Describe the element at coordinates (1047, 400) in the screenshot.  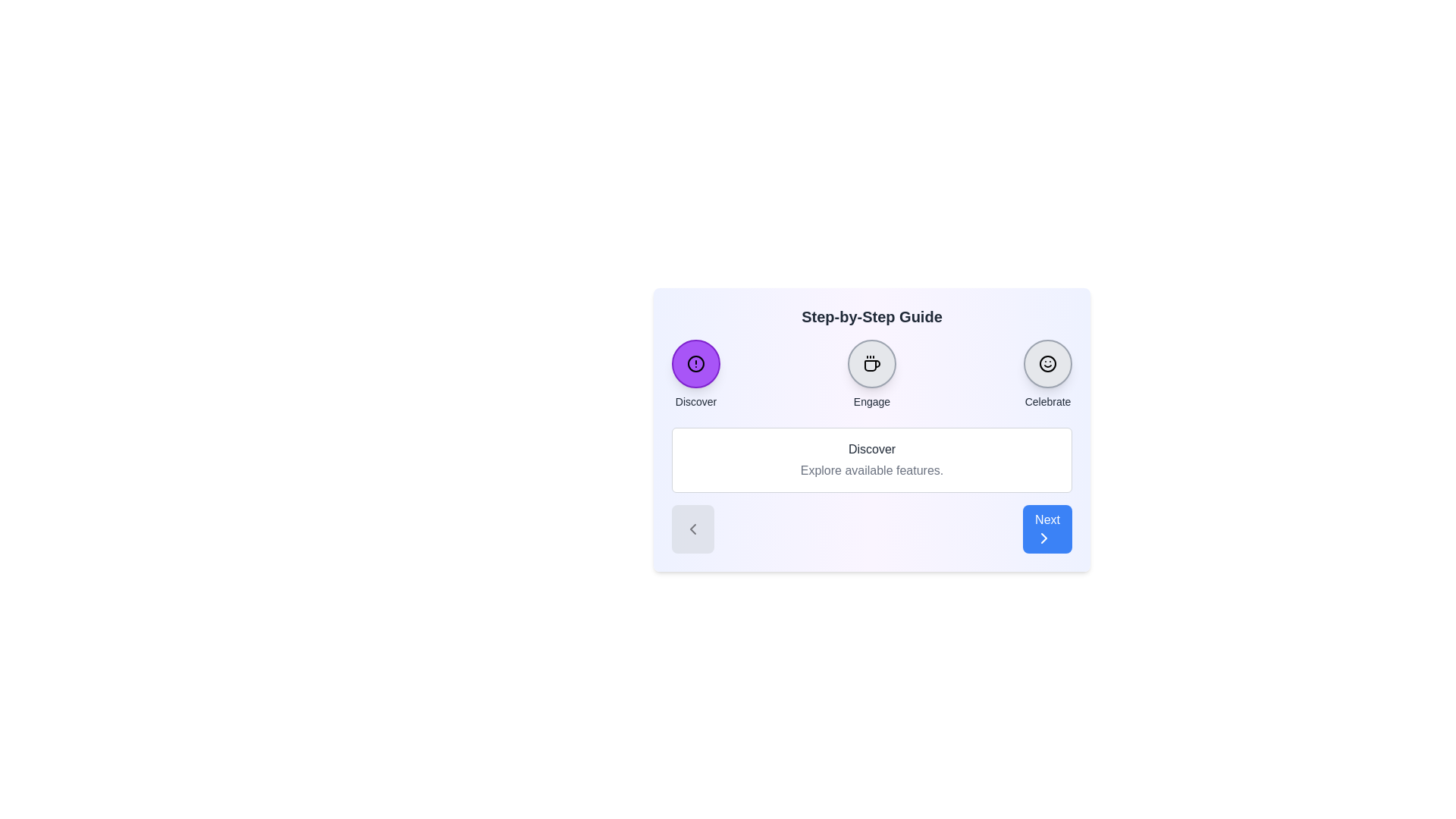
I see `the text label displaying 'Celebrate', which is styled in dark gray and located below a circular smiley face icon in the interface` at that location.